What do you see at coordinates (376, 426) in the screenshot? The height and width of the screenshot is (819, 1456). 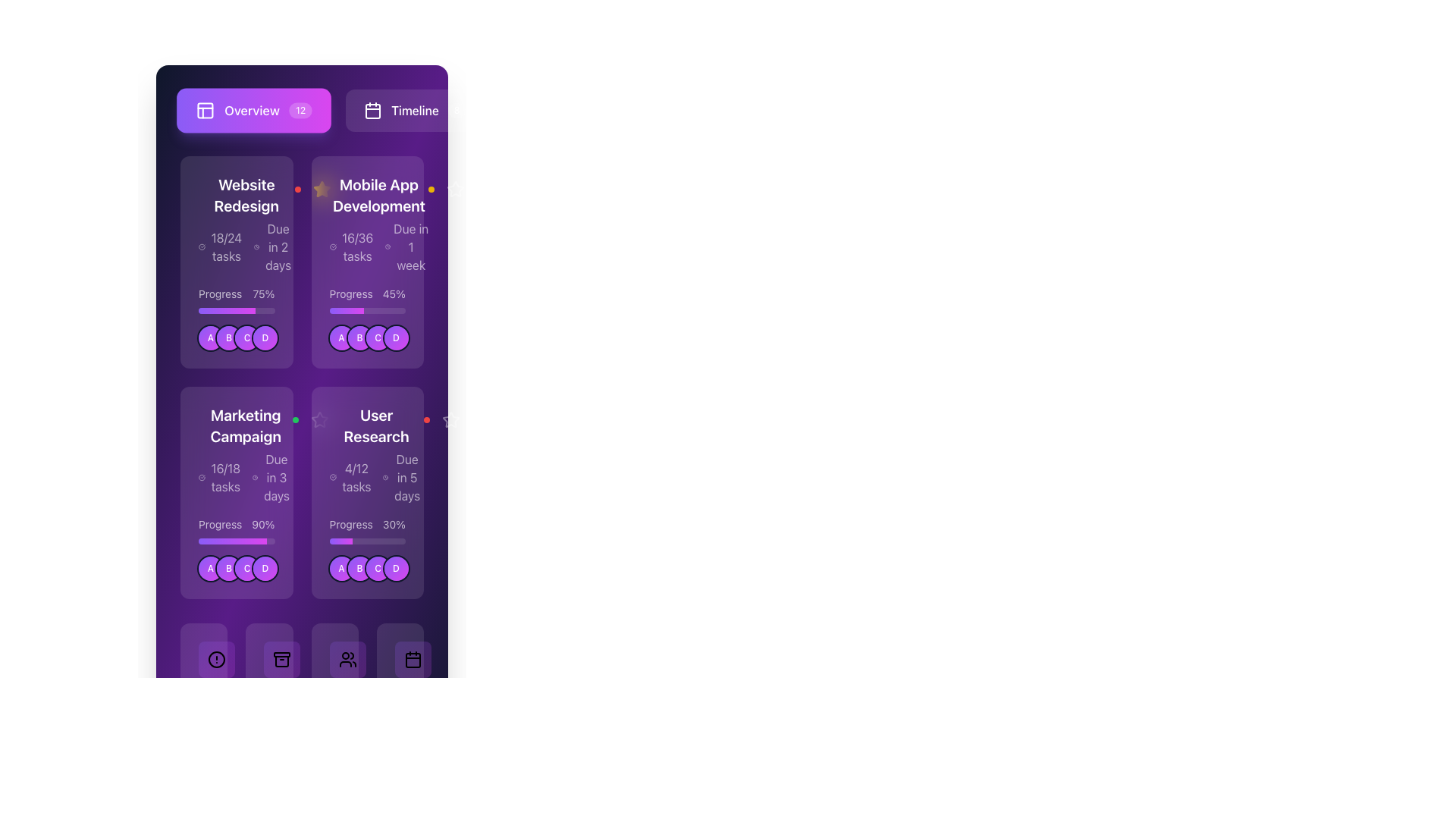 I see `the text-based heading element displaying 'User' and 'Research'` at bounding box center [376, 426].